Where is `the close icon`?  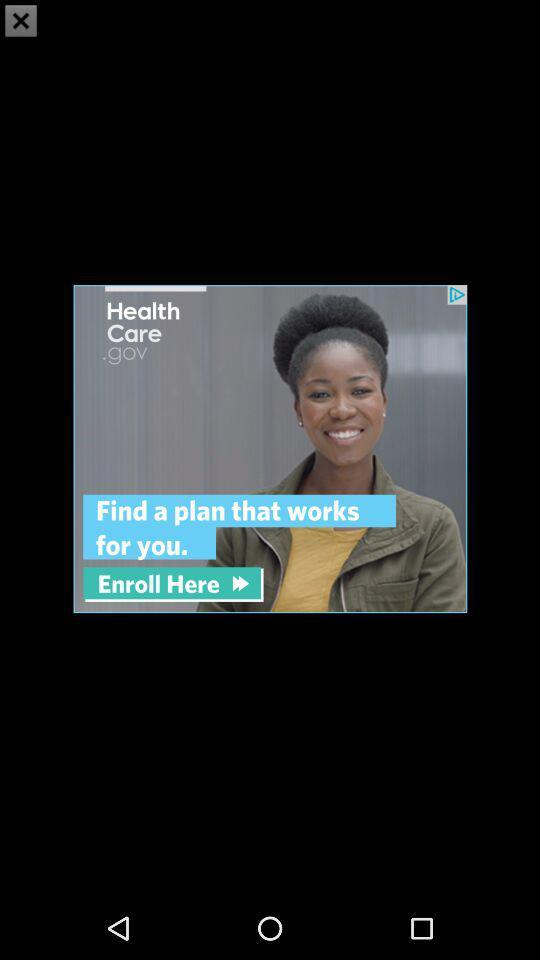
the close icon is located at coordinates (20, 21).